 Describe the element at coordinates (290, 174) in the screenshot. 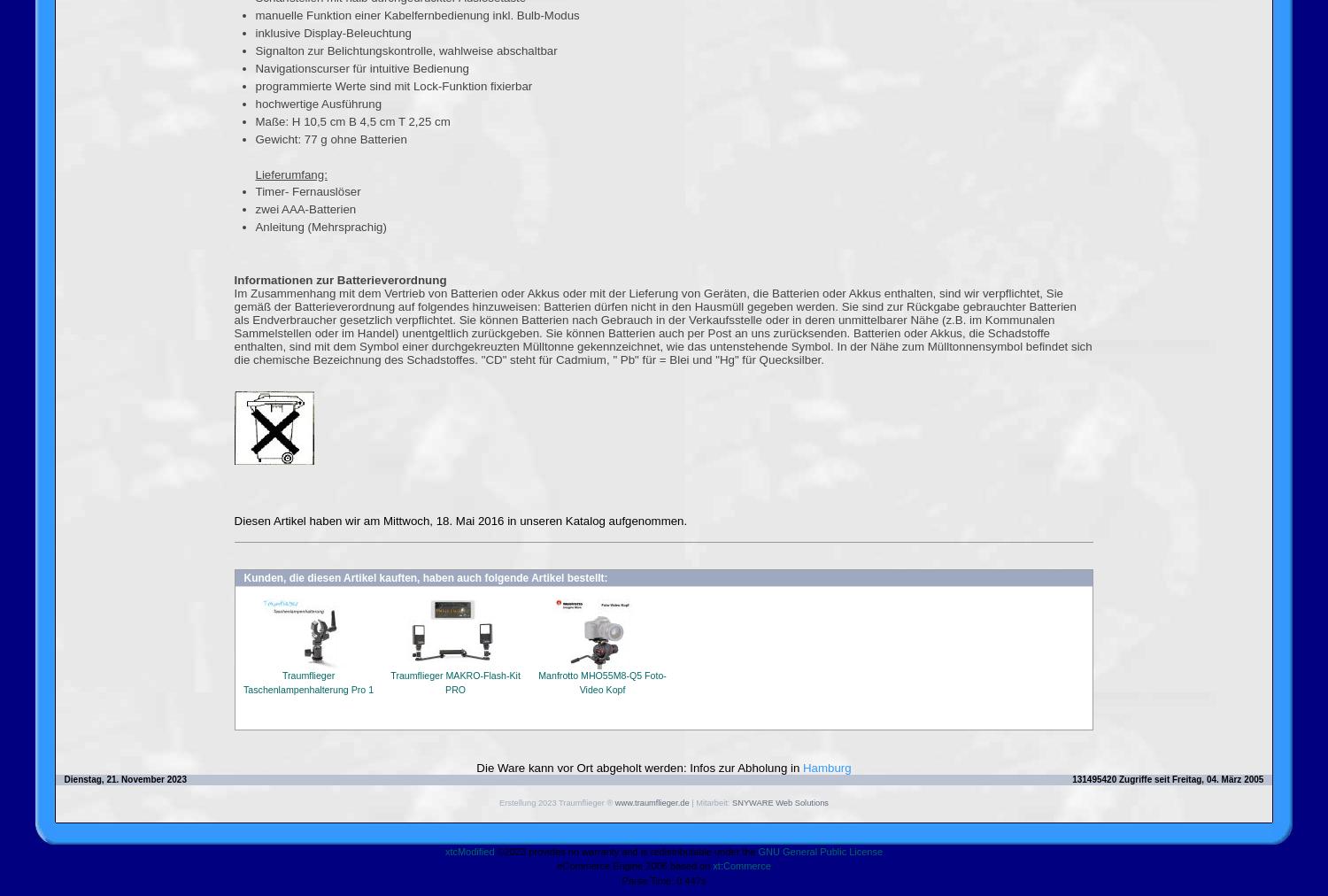

I see `'Lieferumfang:'` at that location.